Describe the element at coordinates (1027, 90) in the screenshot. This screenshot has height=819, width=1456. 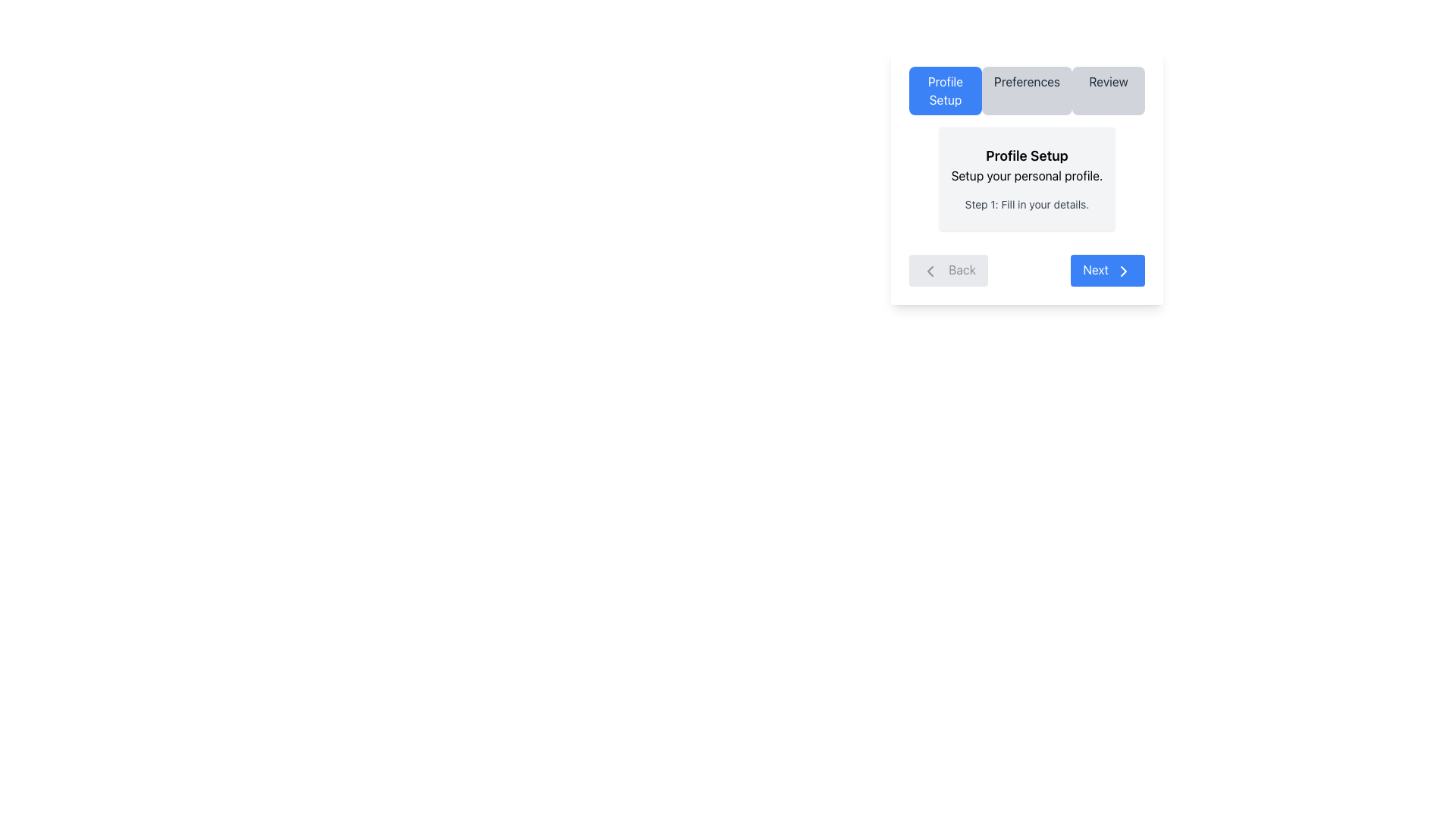
I see `the 'Preferences' tab in the Tab navigation component, which is the second tab styled with a gray background and dark text` at that location.